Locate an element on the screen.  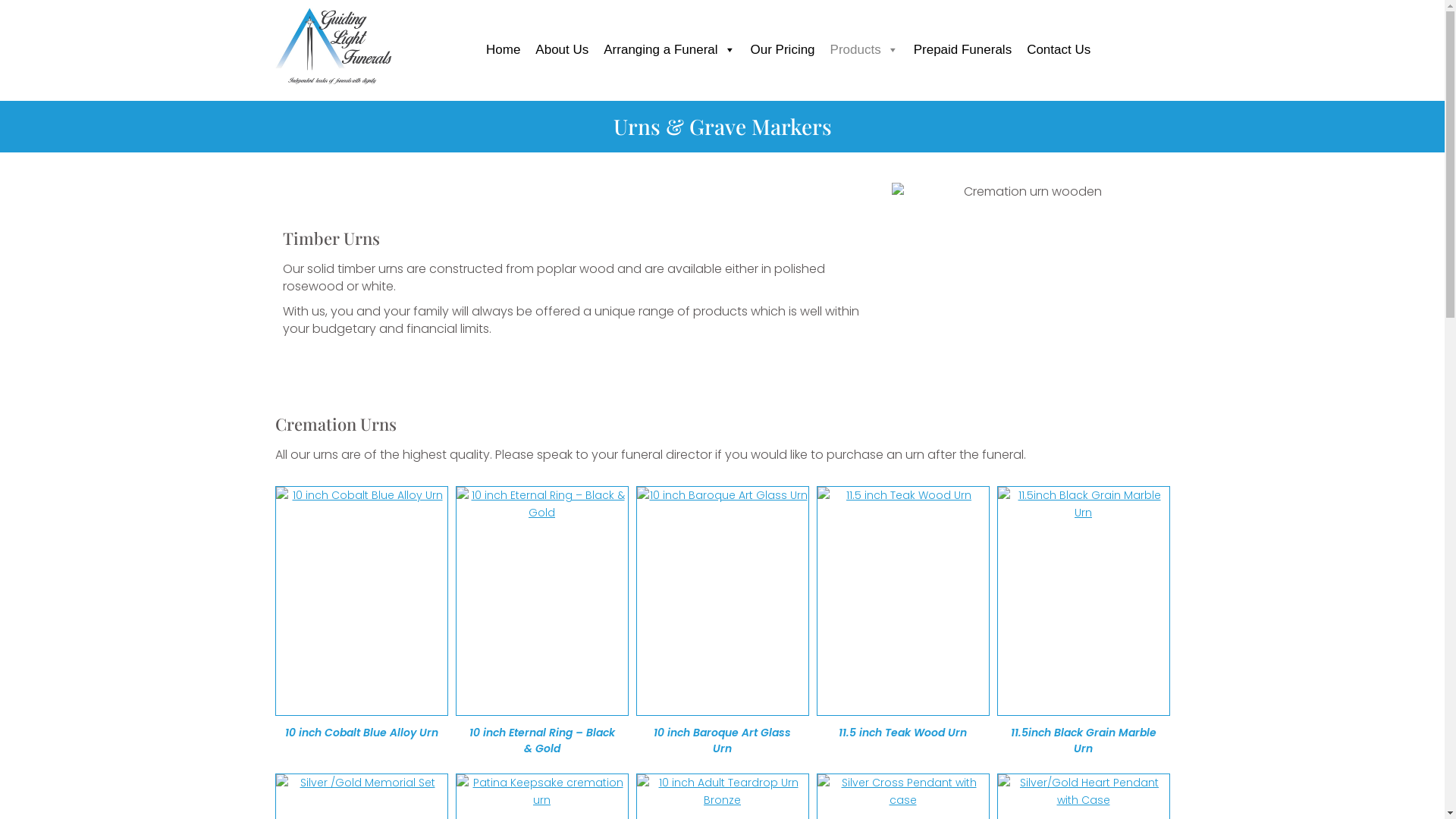
'Products' is located at coordinates (864, 49).